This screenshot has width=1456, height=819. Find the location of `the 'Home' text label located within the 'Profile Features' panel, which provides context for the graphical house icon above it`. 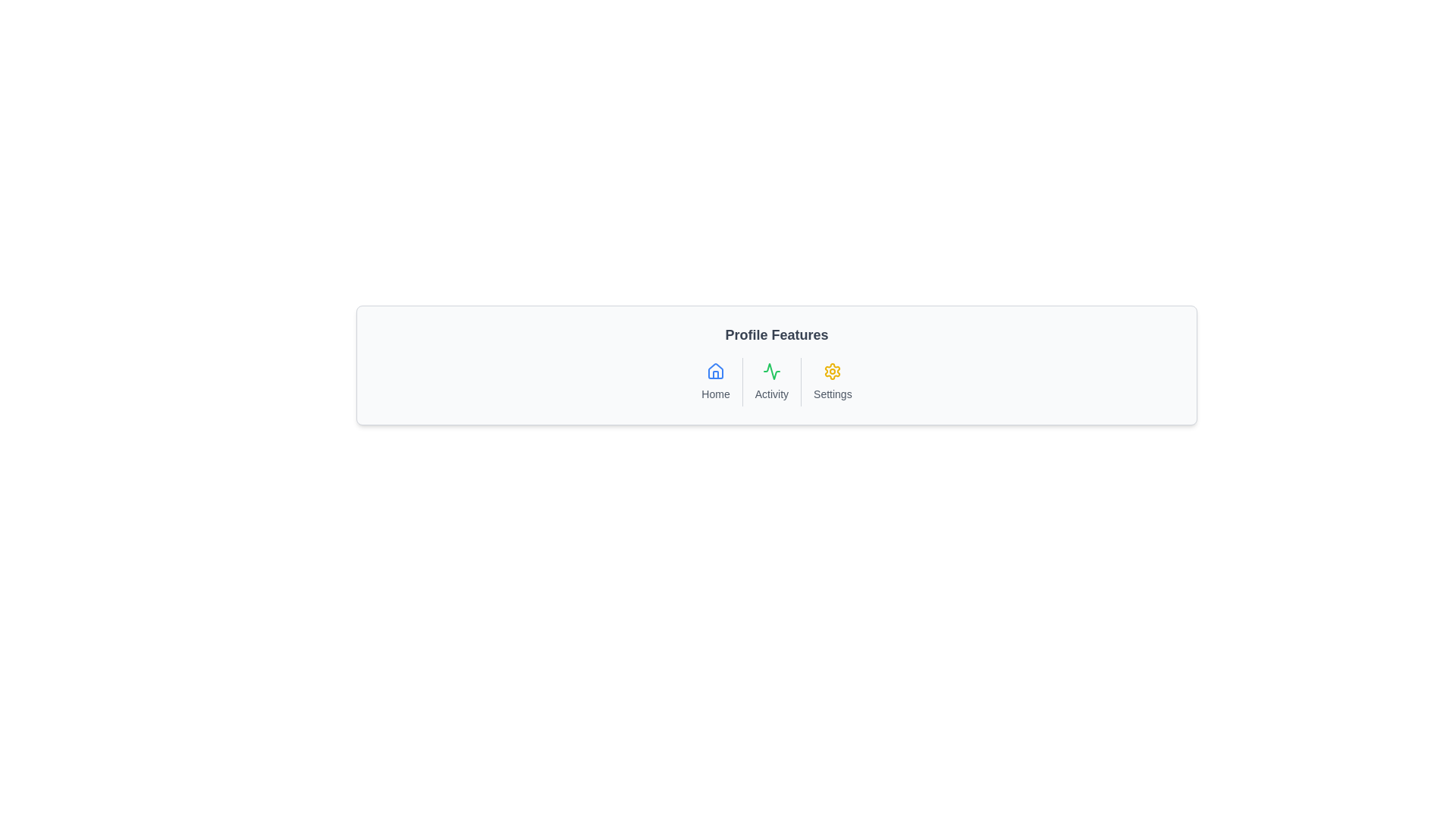

the 'Home' text label located within the 'Profile Features' panel, which provides context for the graphical house icon above it is located at coordinates (715, 394).